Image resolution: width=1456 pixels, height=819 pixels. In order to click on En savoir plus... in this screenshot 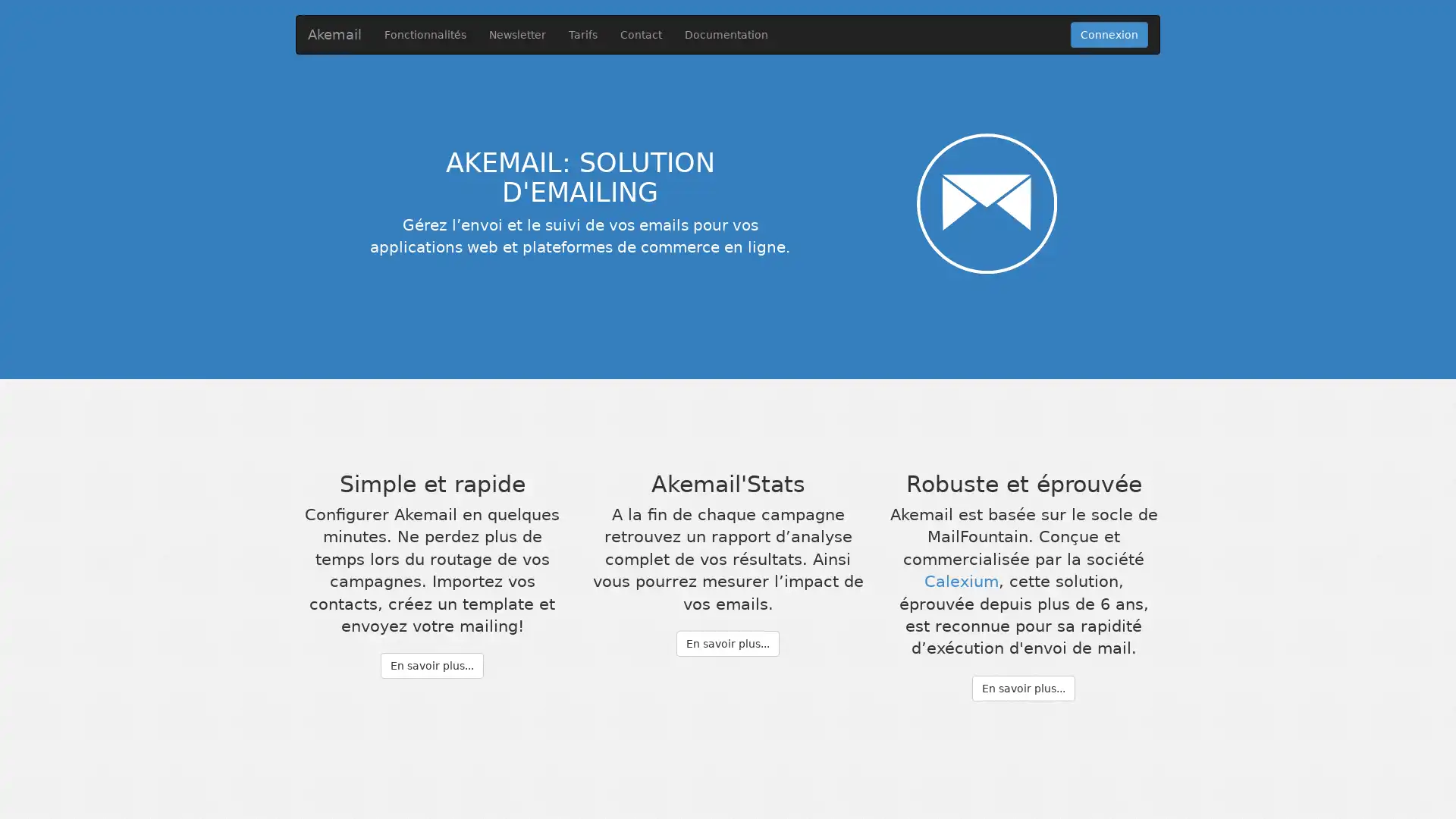, I will do `click(728, 643)`.